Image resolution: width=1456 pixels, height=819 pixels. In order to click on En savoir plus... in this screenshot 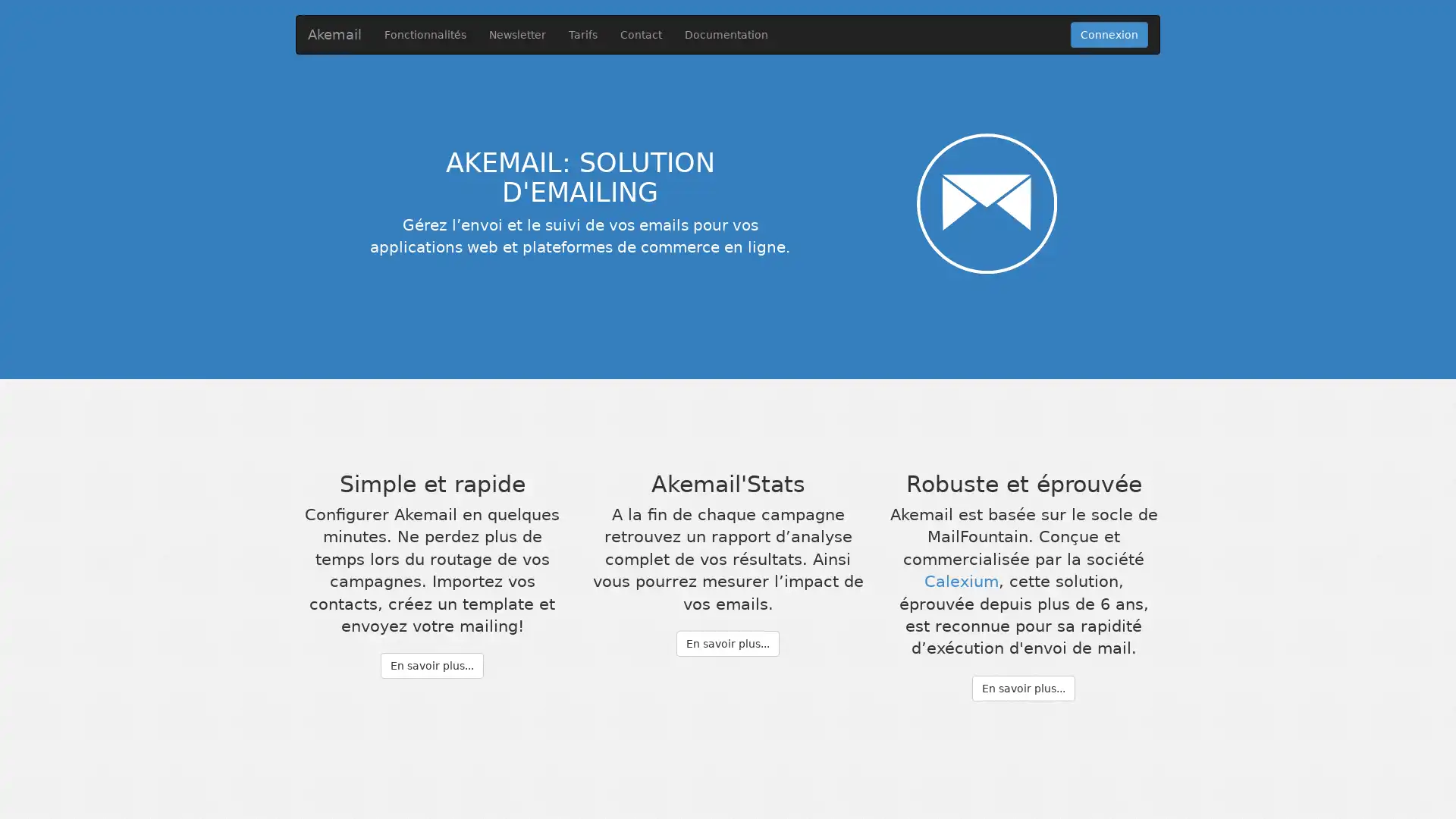, I will do `click(728, 643)`.